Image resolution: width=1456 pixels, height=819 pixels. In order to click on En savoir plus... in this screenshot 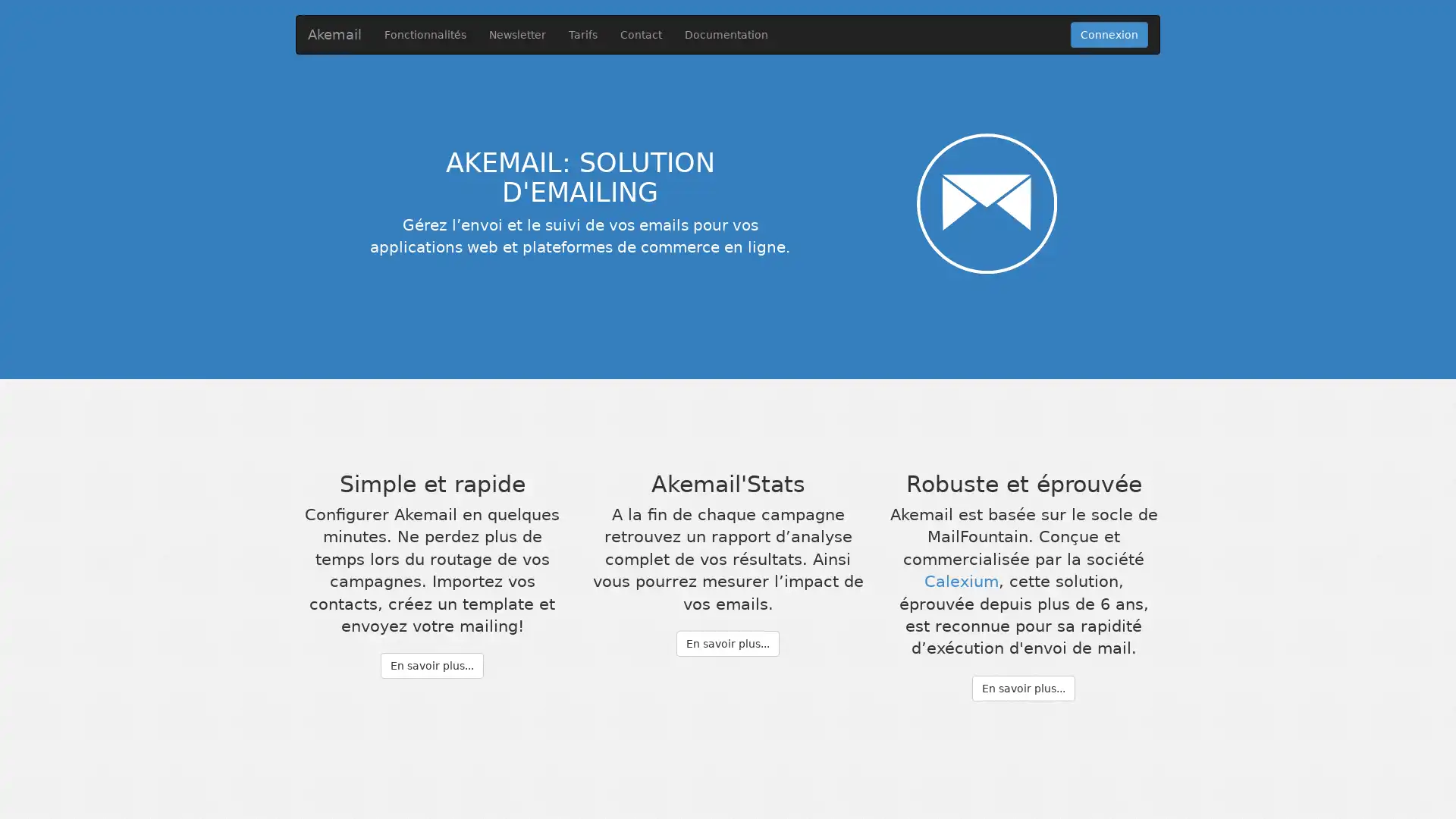, I will do `click(728, 643)`.